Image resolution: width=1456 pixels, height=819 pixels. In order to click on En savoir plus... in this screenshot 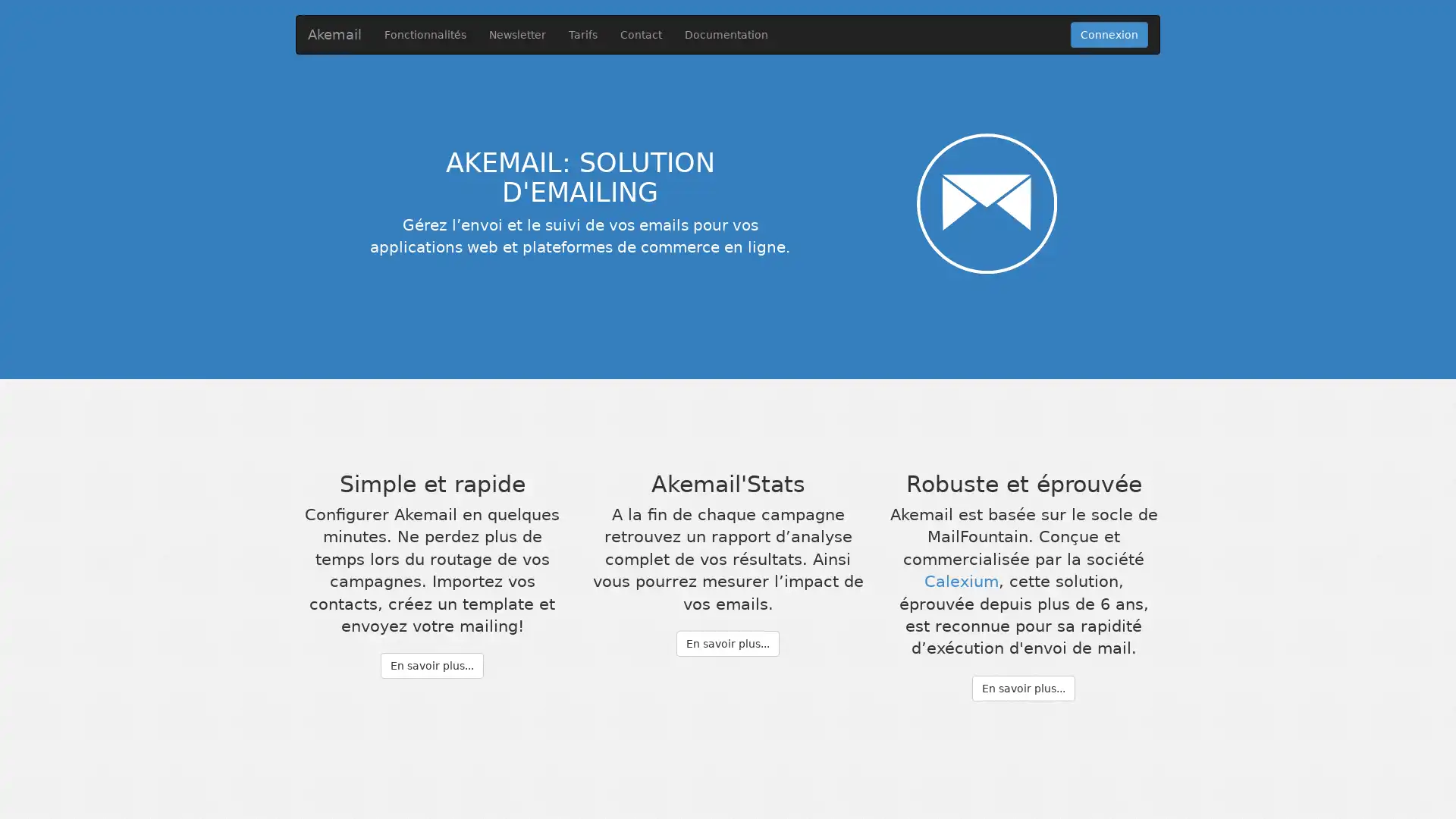, I will do `click(728, 643)`.